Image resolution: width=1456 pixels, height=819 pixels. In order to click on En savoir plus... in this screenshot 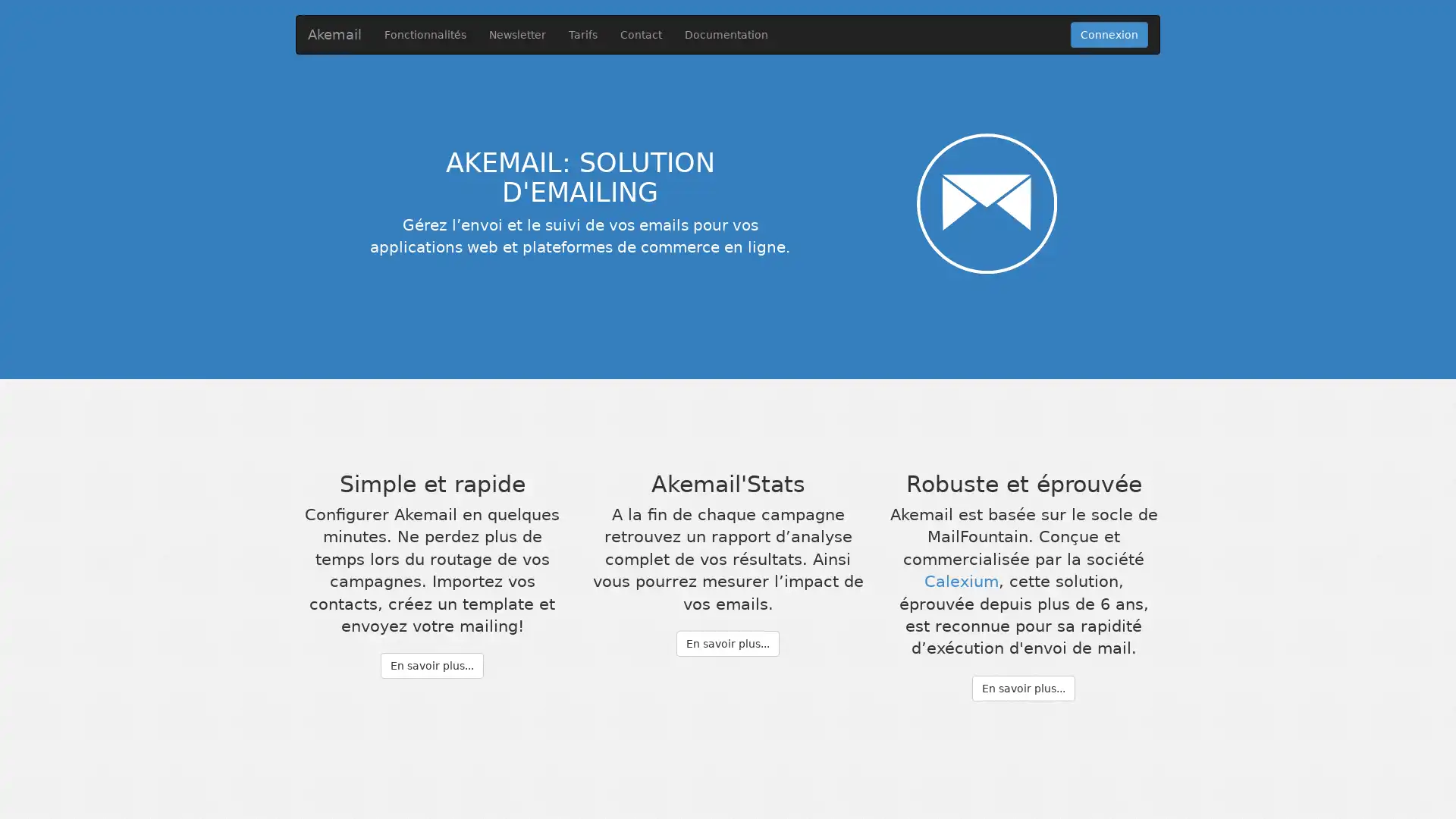, I will do `click(728, 643)`.